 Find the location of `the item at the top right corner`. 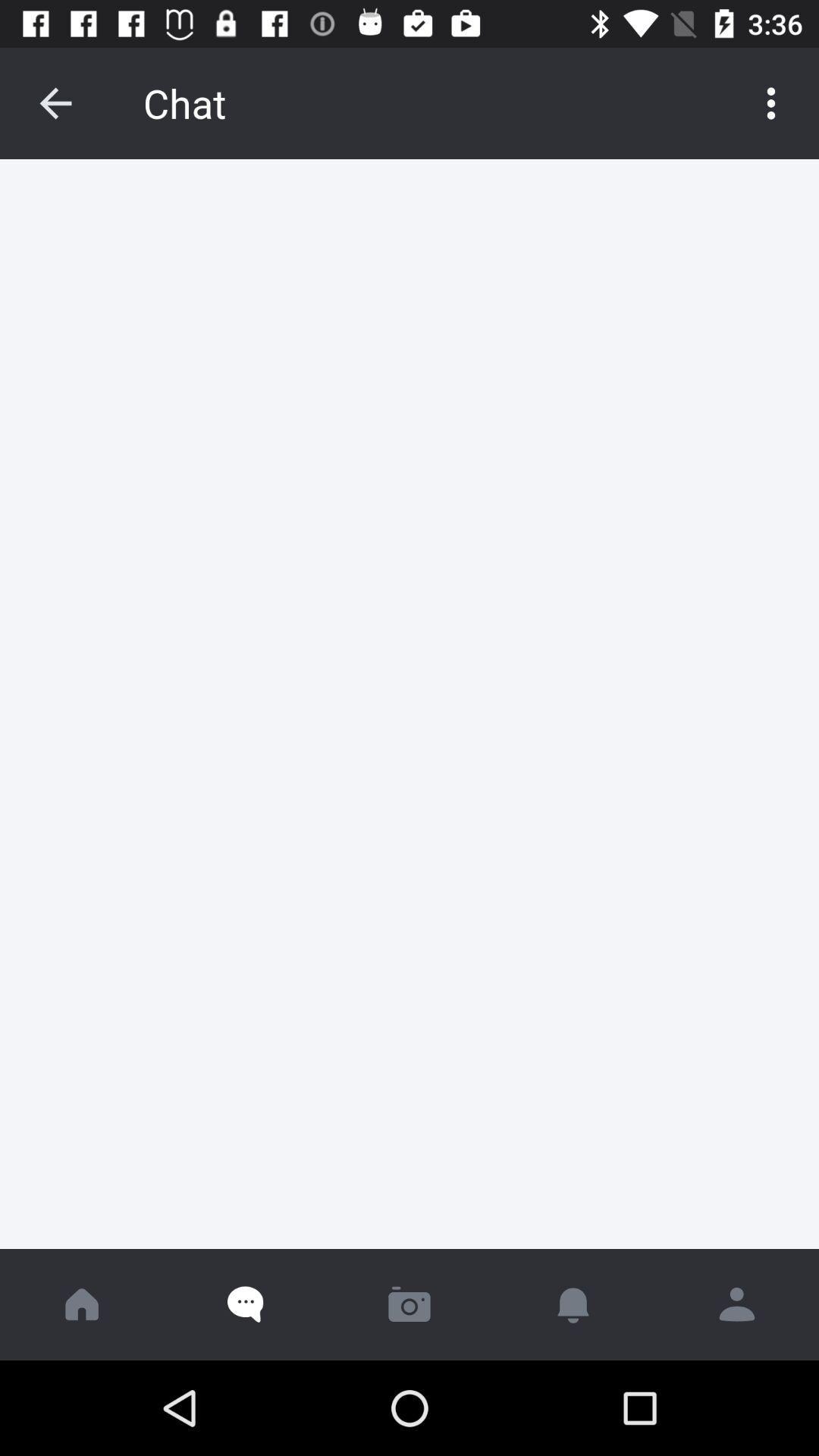

the item at the top right corner is located at coordinates (771, 102).